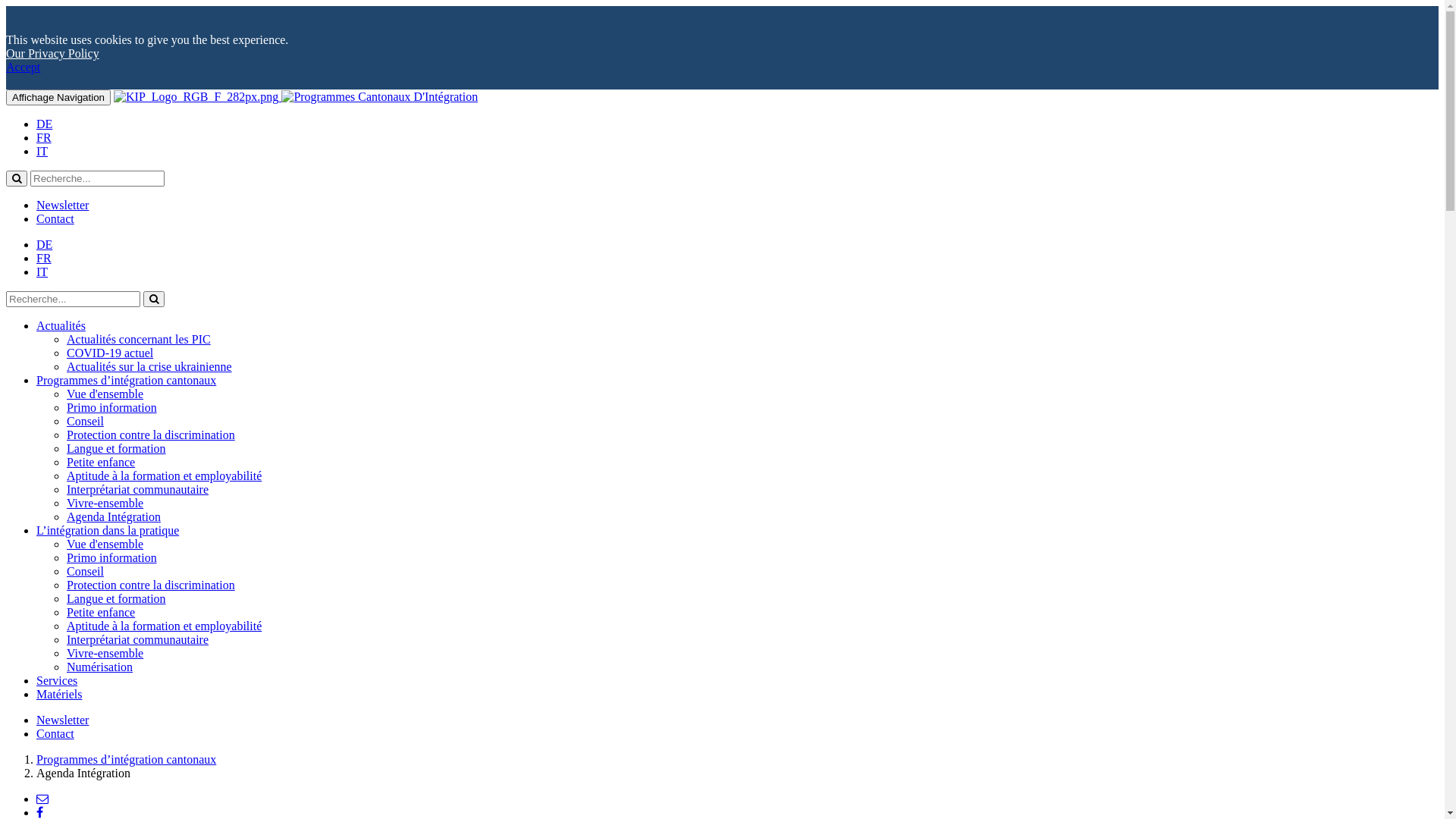 This screenshot has width=1456, height=819. I want to click on 'Protection contre la discrimination', so click(65, 584).